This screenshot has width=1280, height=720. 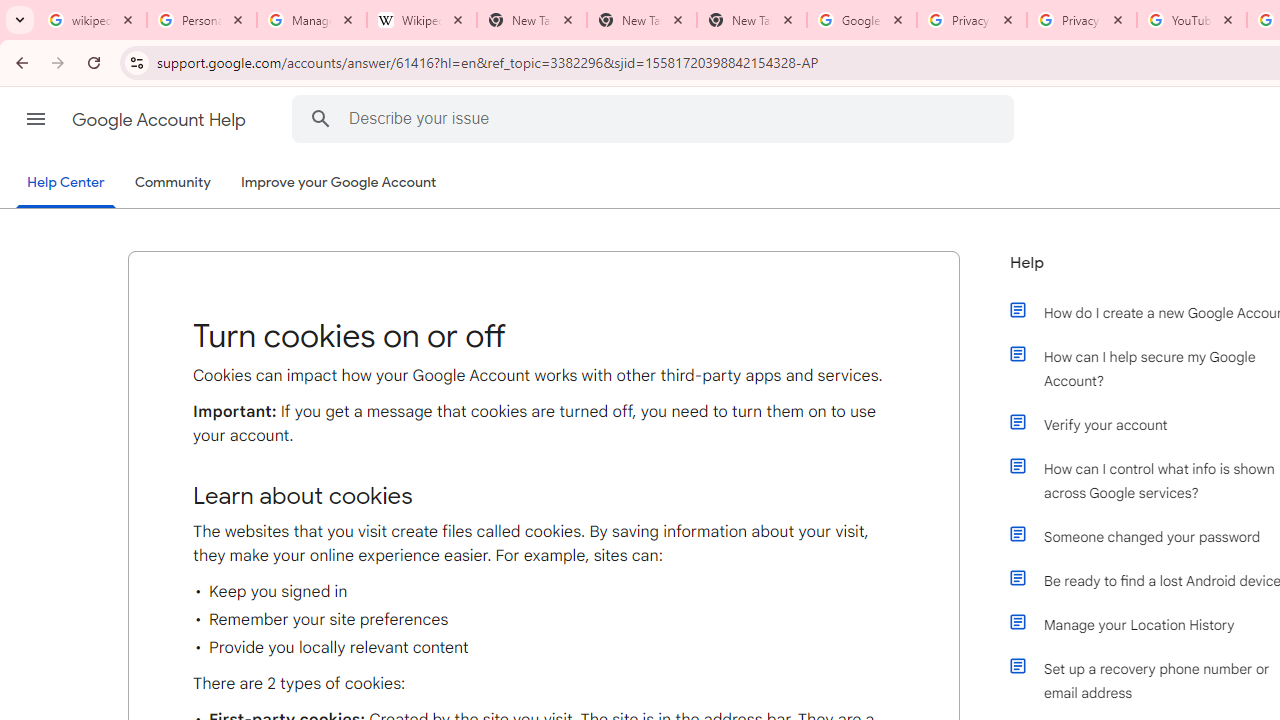 What do you see at coordinates (421, 20) in the screenshot?
I see `'Wikipedia:Edit requests - Wikipedia'` at bounding box center [421, 20].